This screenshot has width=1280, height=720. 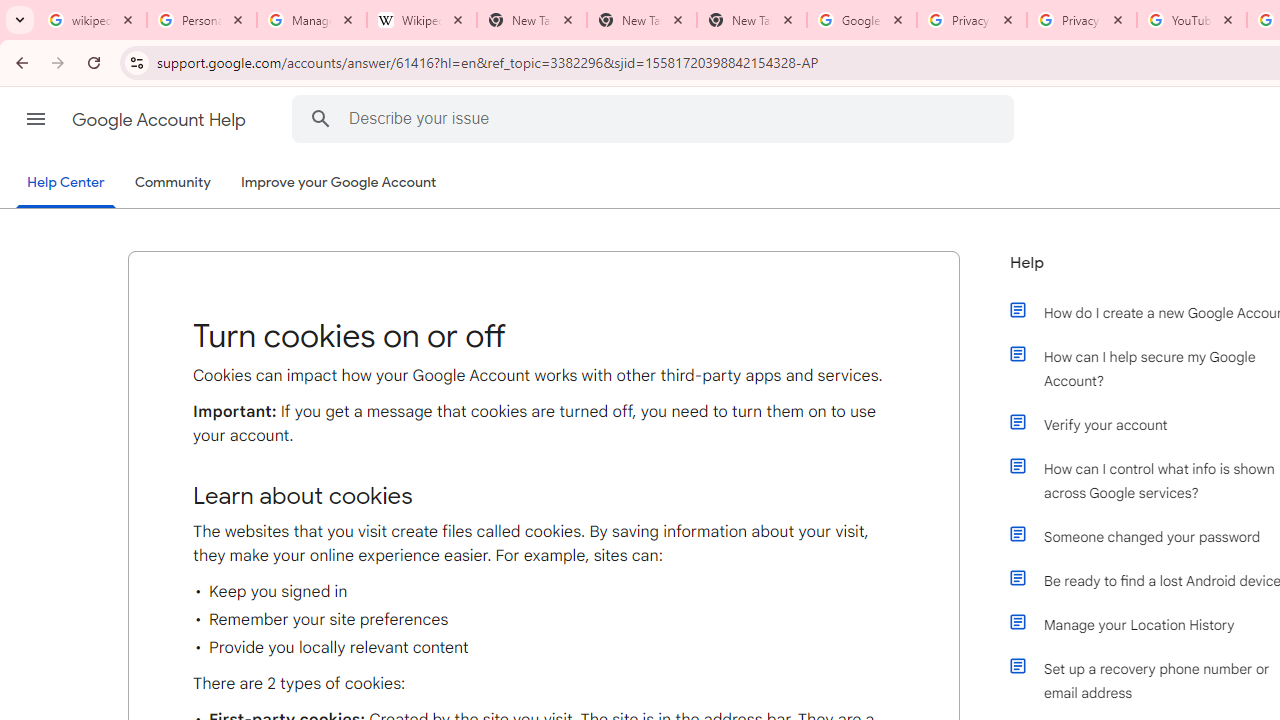 What do you see at coordinates (421, 20) in the screenshot?
I see `'Wikipedia:Edit requests - Wikipedia'` at bounding box center [421, 20].